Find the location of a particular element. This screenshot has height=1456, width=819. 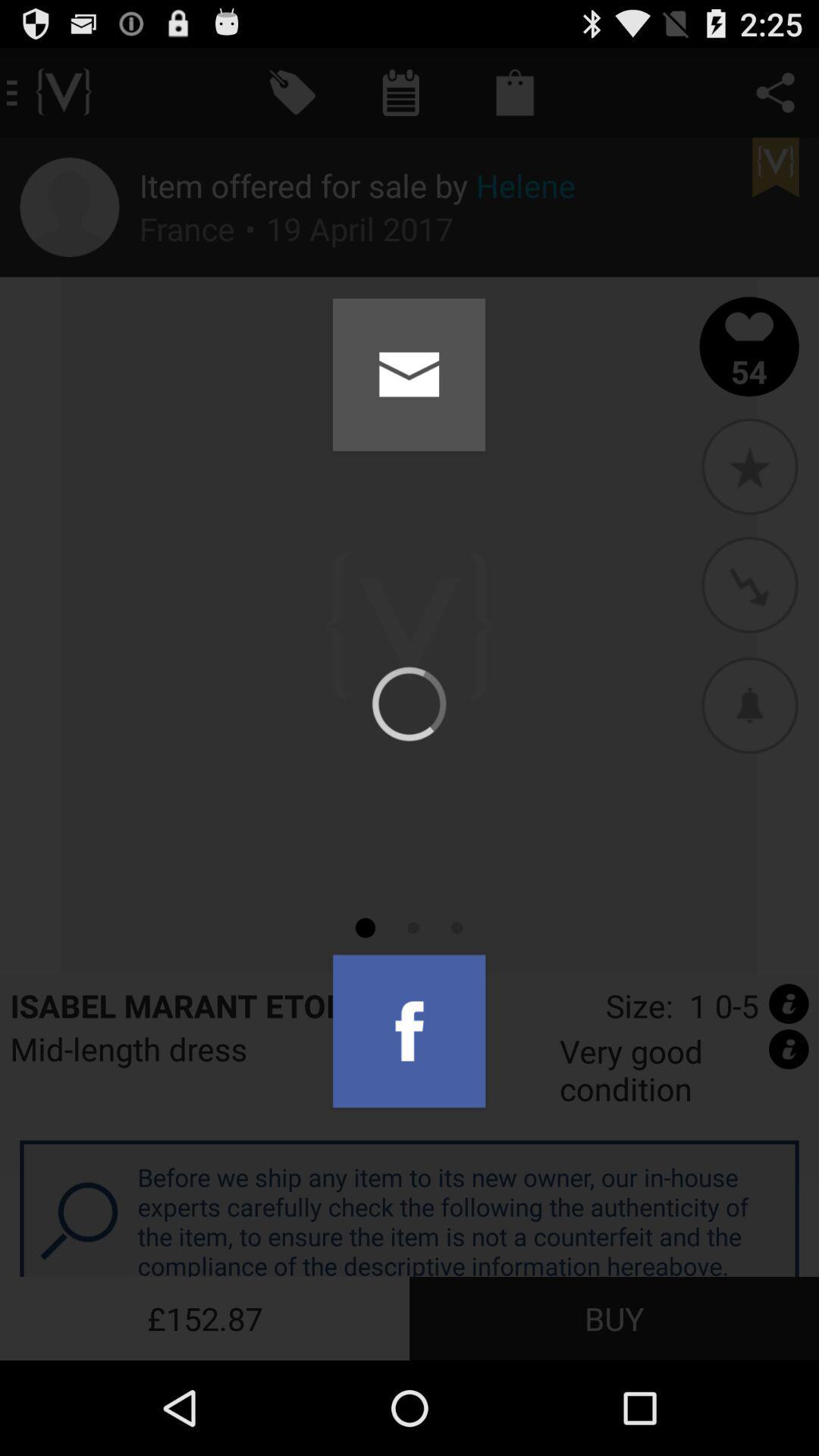

the buy icon is located at coordinates (614, 1317).